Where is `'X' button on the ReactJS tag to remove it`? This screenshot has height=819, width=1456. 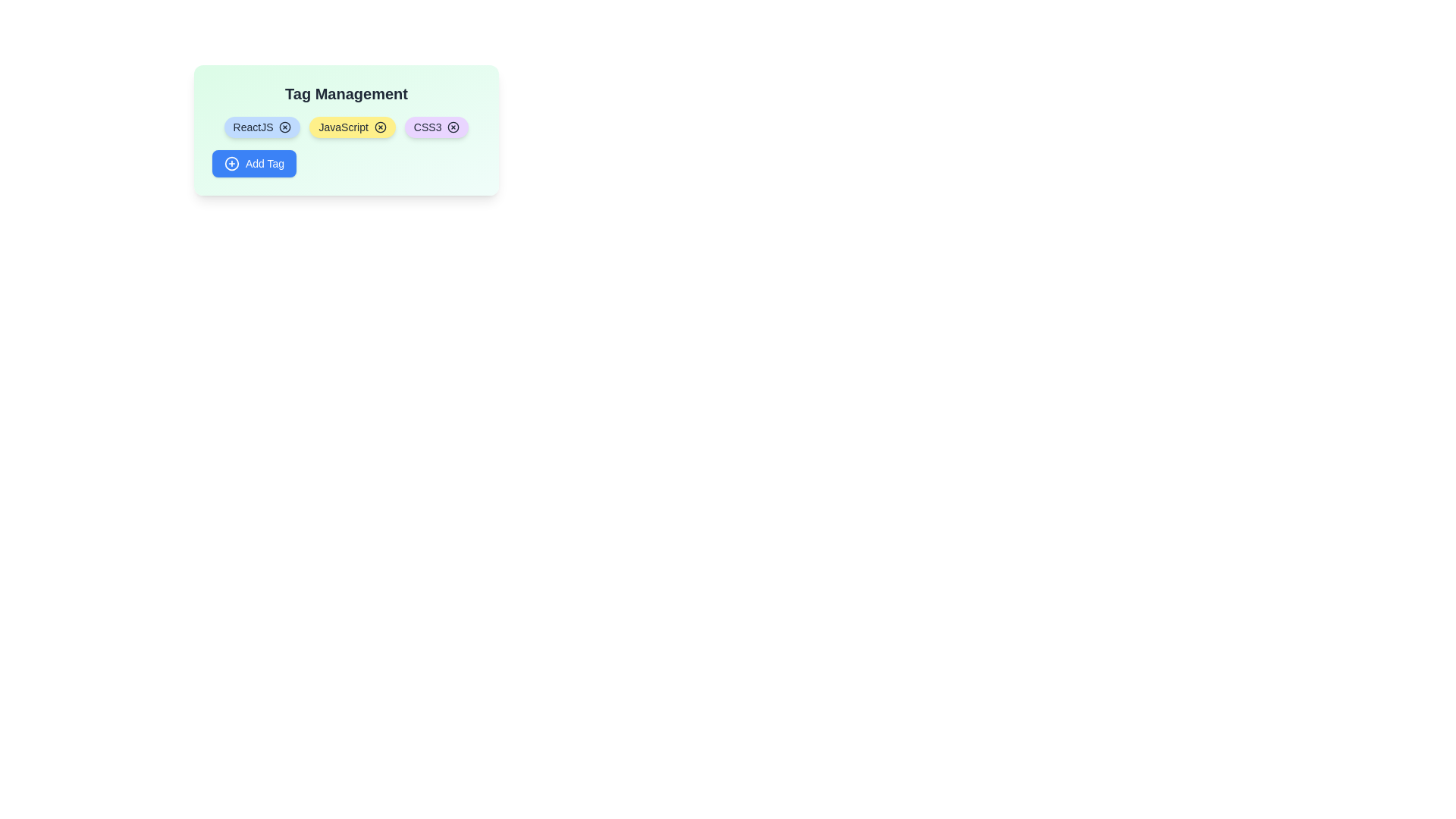
'X' button on the ReactJS tag to remove it is located at coordinates (285, 127).